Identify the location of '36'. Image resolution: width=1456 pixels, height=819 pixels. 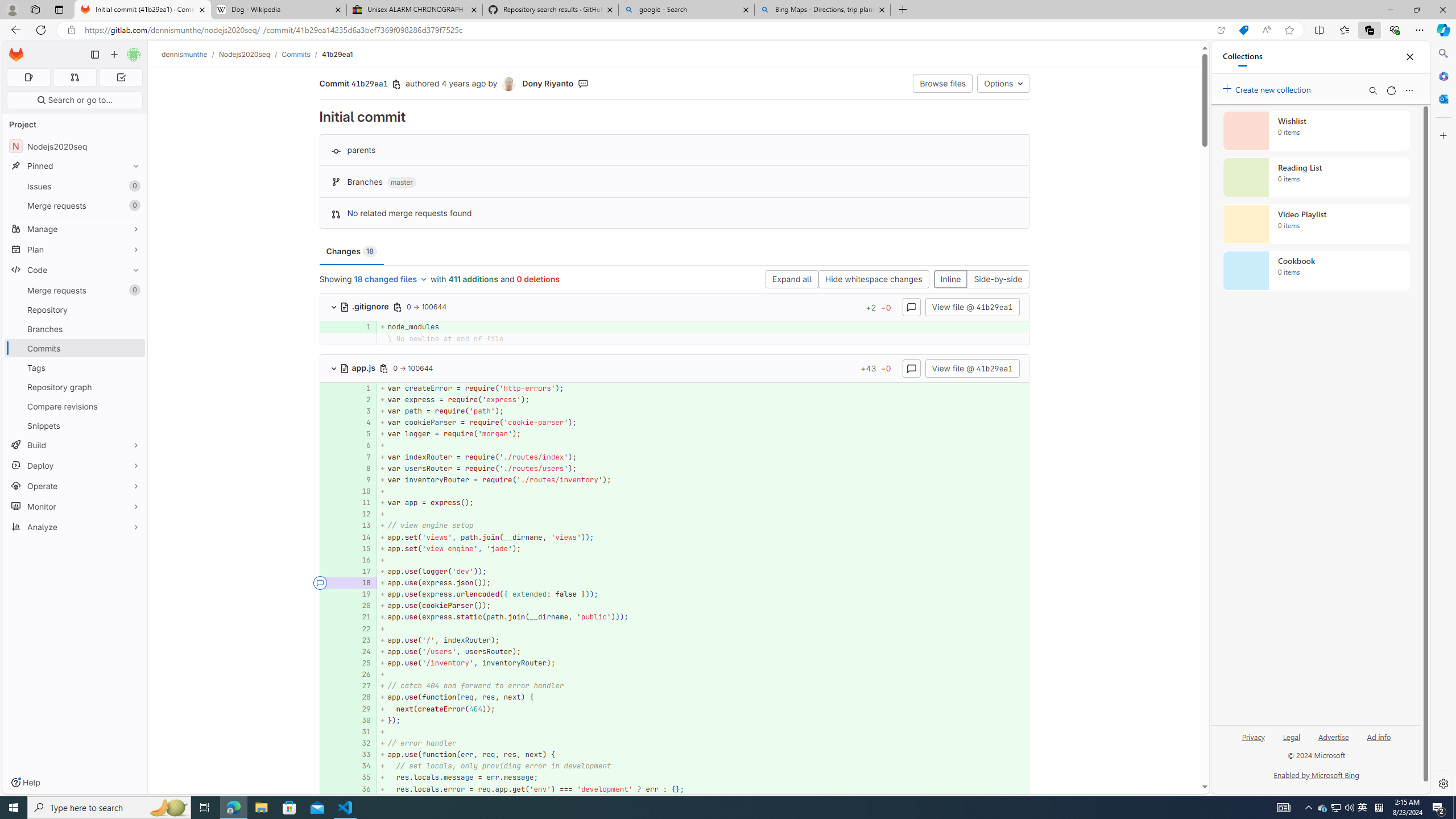
(362, 788).